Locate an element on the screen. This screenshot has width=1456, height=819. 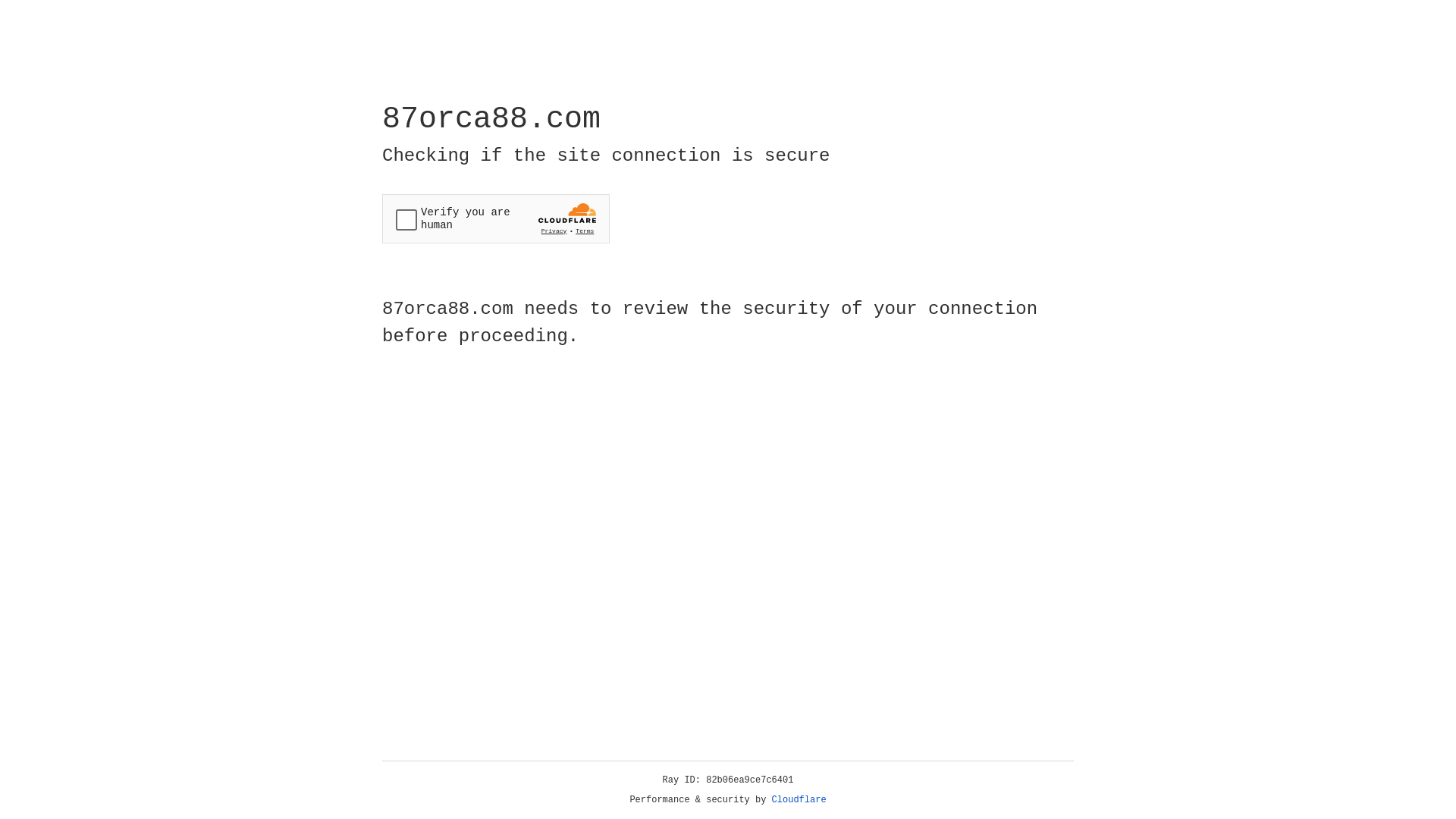
'Widget containing a Cloudflare security challenge' is located at coordinates (495, 218).